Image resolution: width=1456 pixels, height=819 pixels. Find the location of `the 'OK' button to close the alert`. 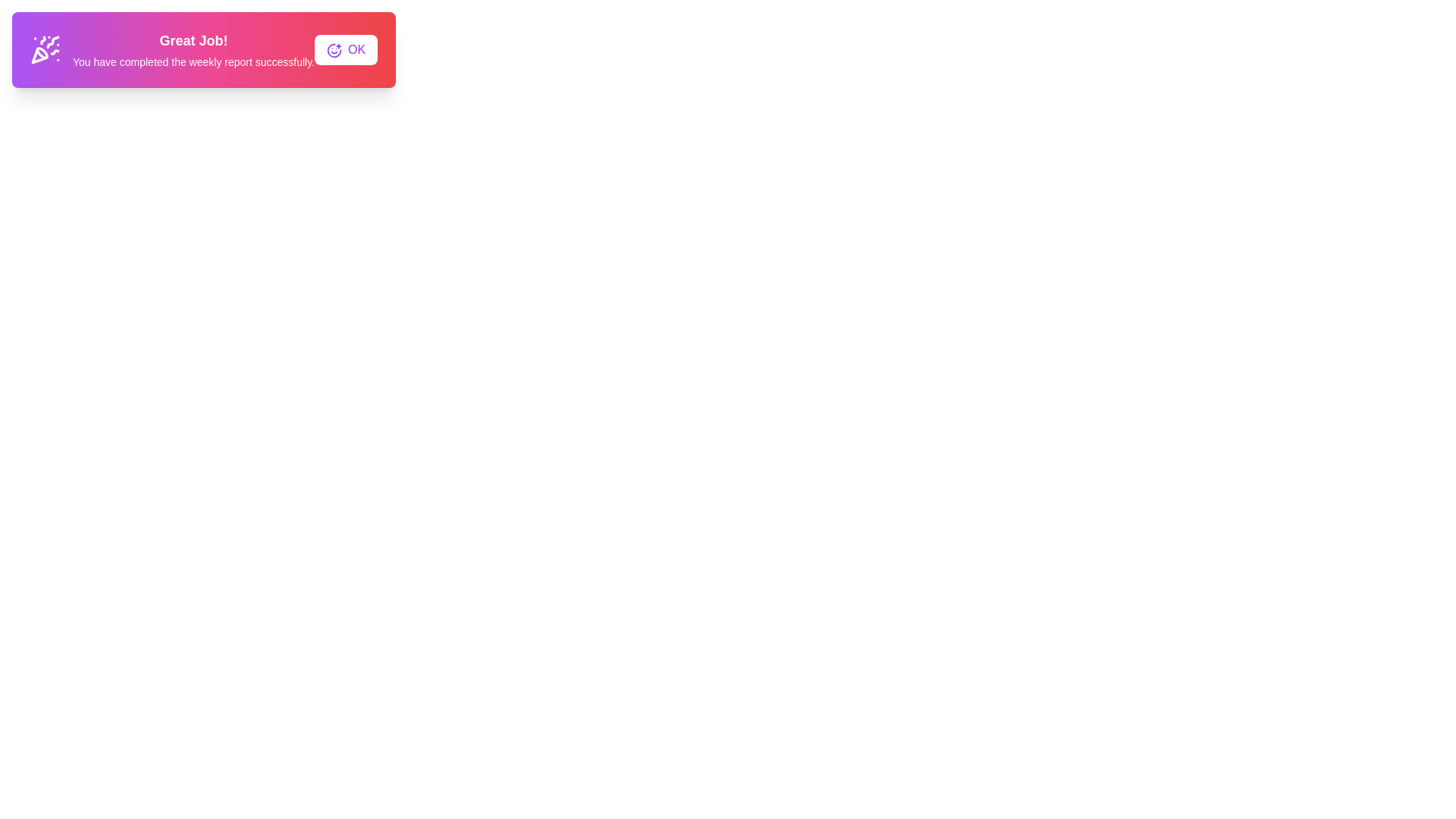

the 'OK' button to close the alert is located at coordinates (345, 49).